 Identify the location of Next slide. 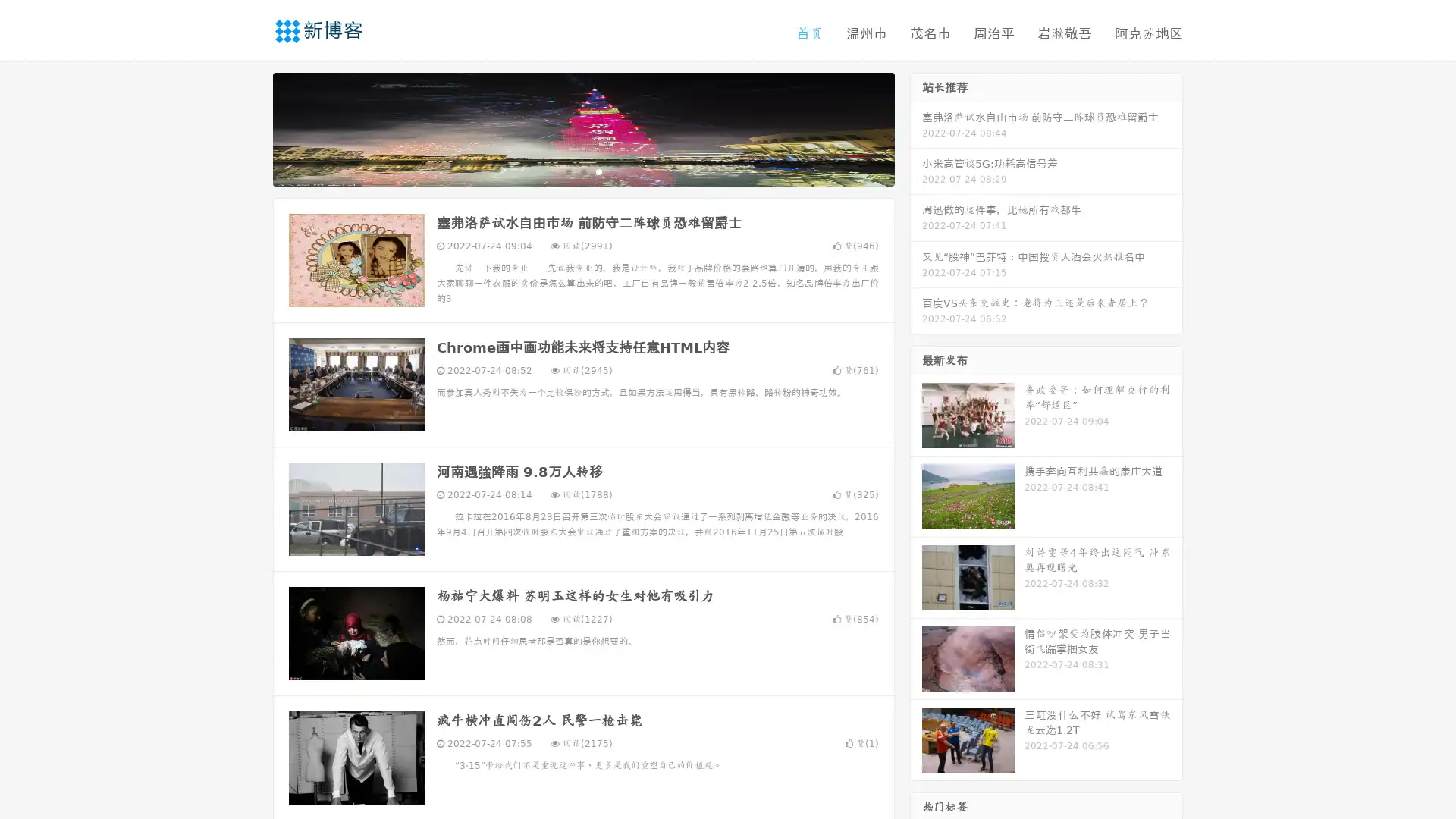
(916, 127).